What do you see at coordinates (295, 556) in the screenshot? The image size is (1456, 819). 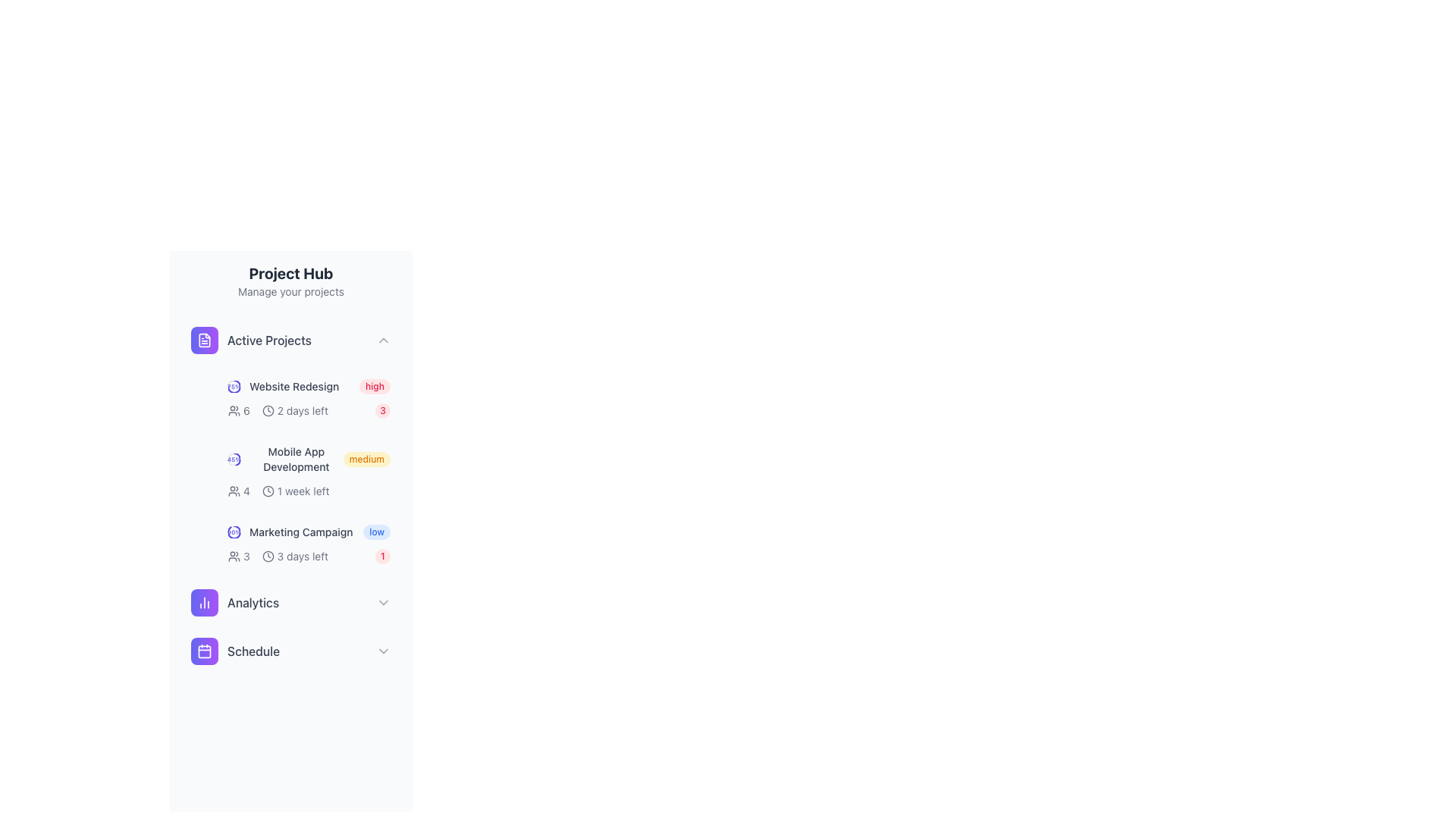 I see `the informational text element displaying a clock icon followed by the text '3 days left' in gray font, located in the 'Active Projects' section under 'Marketing Campaign'` at bounding box center [295, 556].